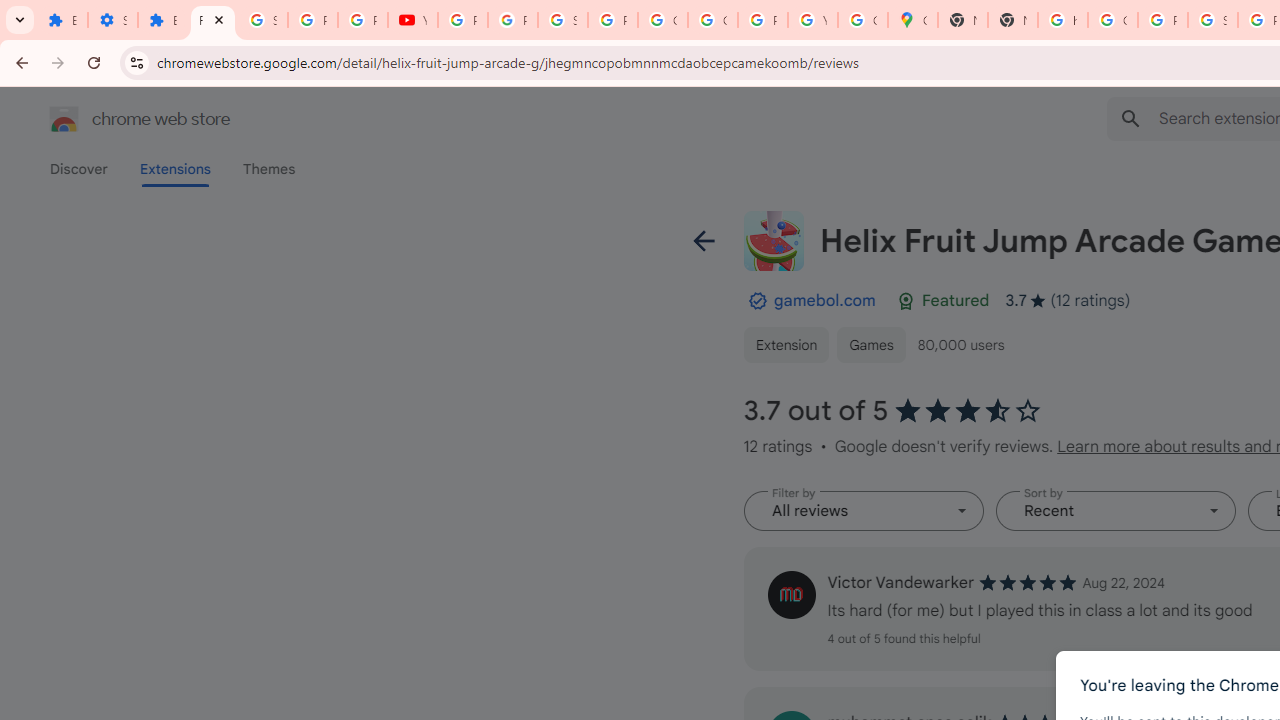 This screenshot has height=720, width=1280. Describe the element at coordinates (912, 20) in the screenshot. I see `'Google Maps'` at that location.